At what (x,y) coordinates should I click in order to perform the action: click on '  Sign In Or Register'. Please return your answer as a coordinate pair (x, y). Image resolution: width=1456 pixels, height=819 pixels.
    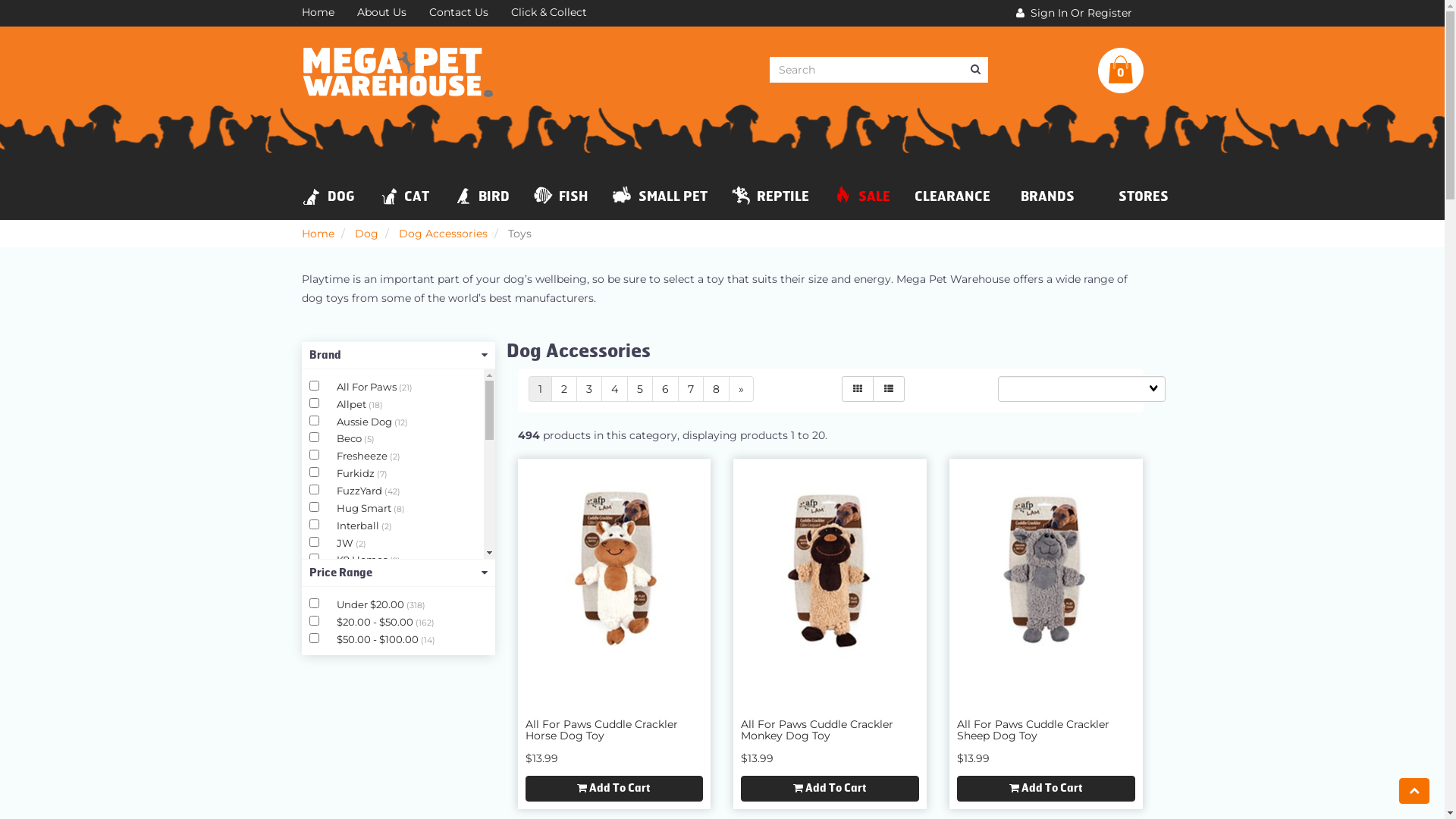
    Looking at the image, I should click on (1072, 13).